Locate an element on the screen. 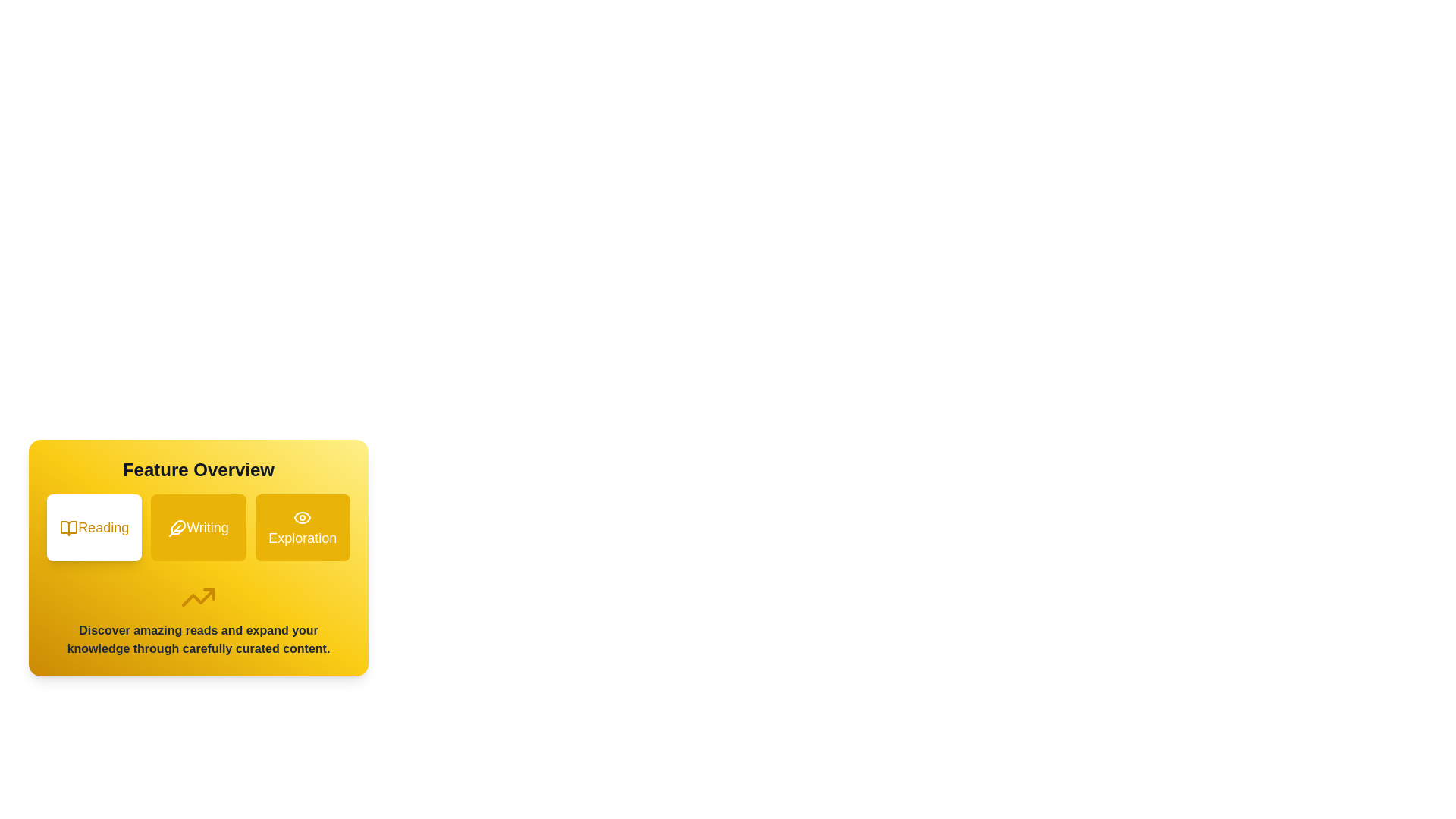 The height and width of the screenshot is (819, 1456). the eye icon, which is part of an SVG graphic located at the bottom left section of the interface is located at coordinates (303, 517).